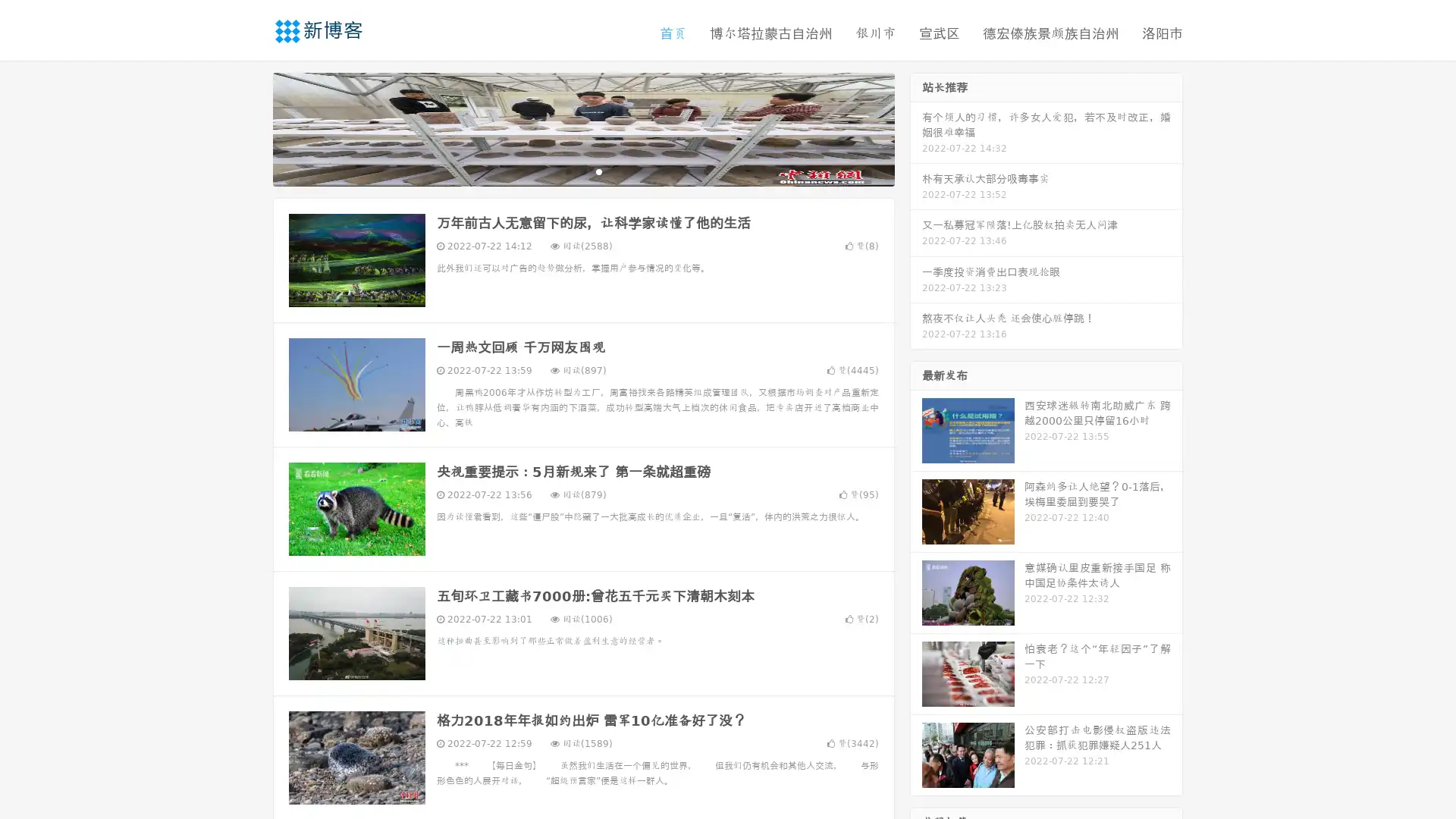 This screenshot has height=819, width=1456. I want to click on Go to slide 2, so click(582, 171).